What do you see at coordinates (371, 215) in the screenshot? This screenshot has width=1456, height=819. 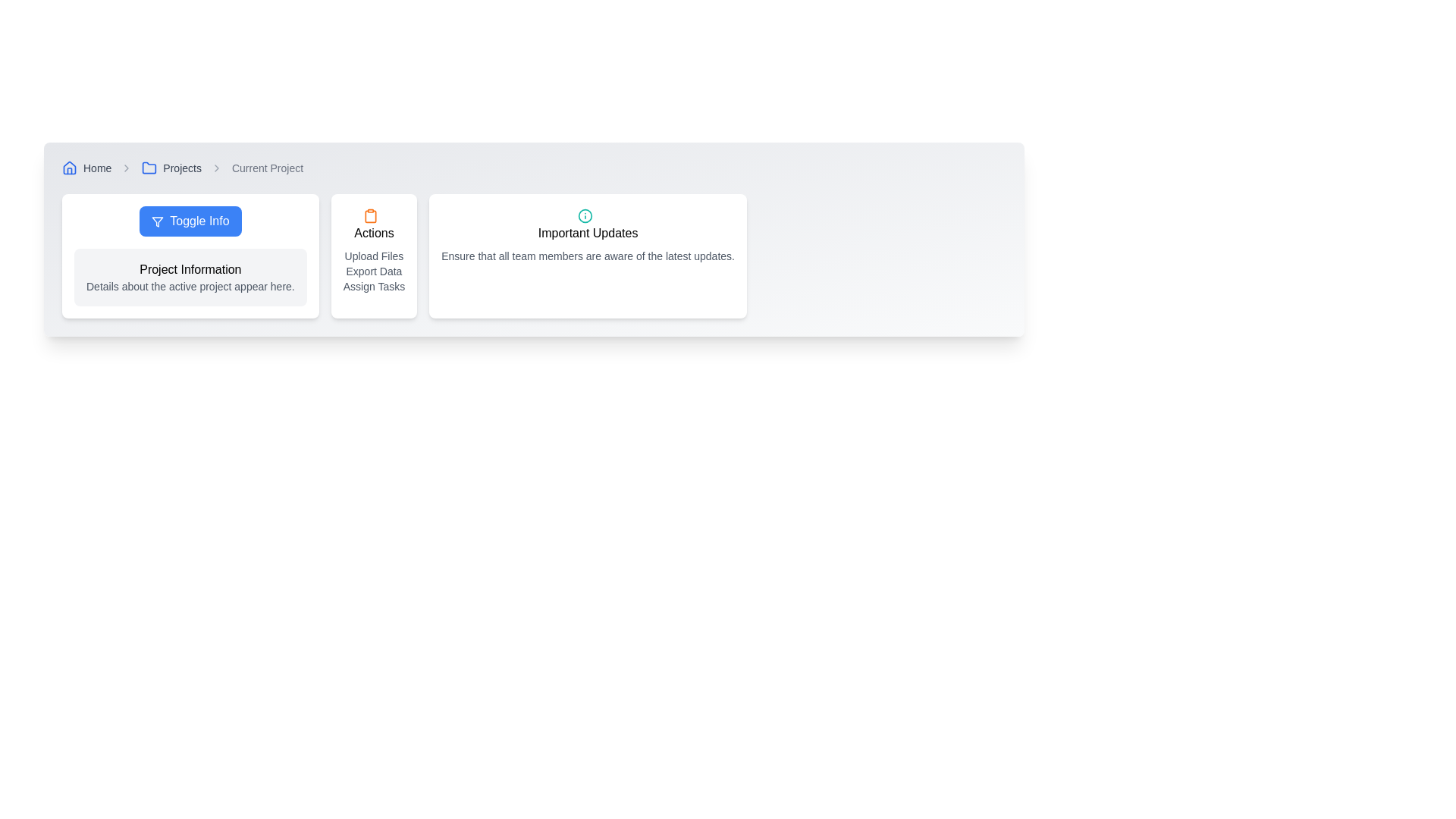 I see `the clipboard icon located within the 'Actions' section, positioned to the left of the text 'Actions.'` at bounding box center [371, 215].